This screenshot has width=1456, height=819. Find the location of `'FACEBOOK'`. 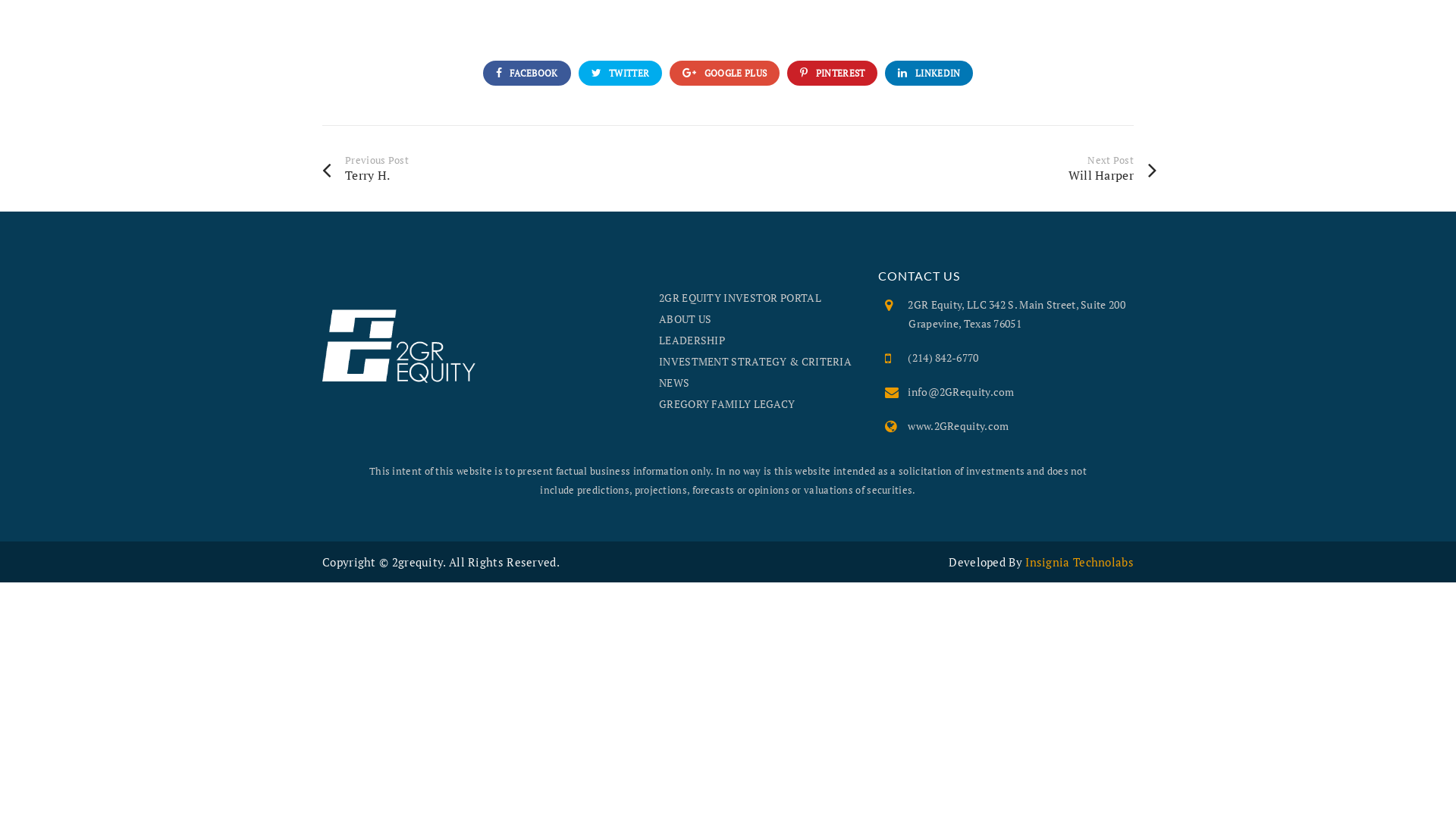

'FACEBOOK' is located at coordinates (526, 73).